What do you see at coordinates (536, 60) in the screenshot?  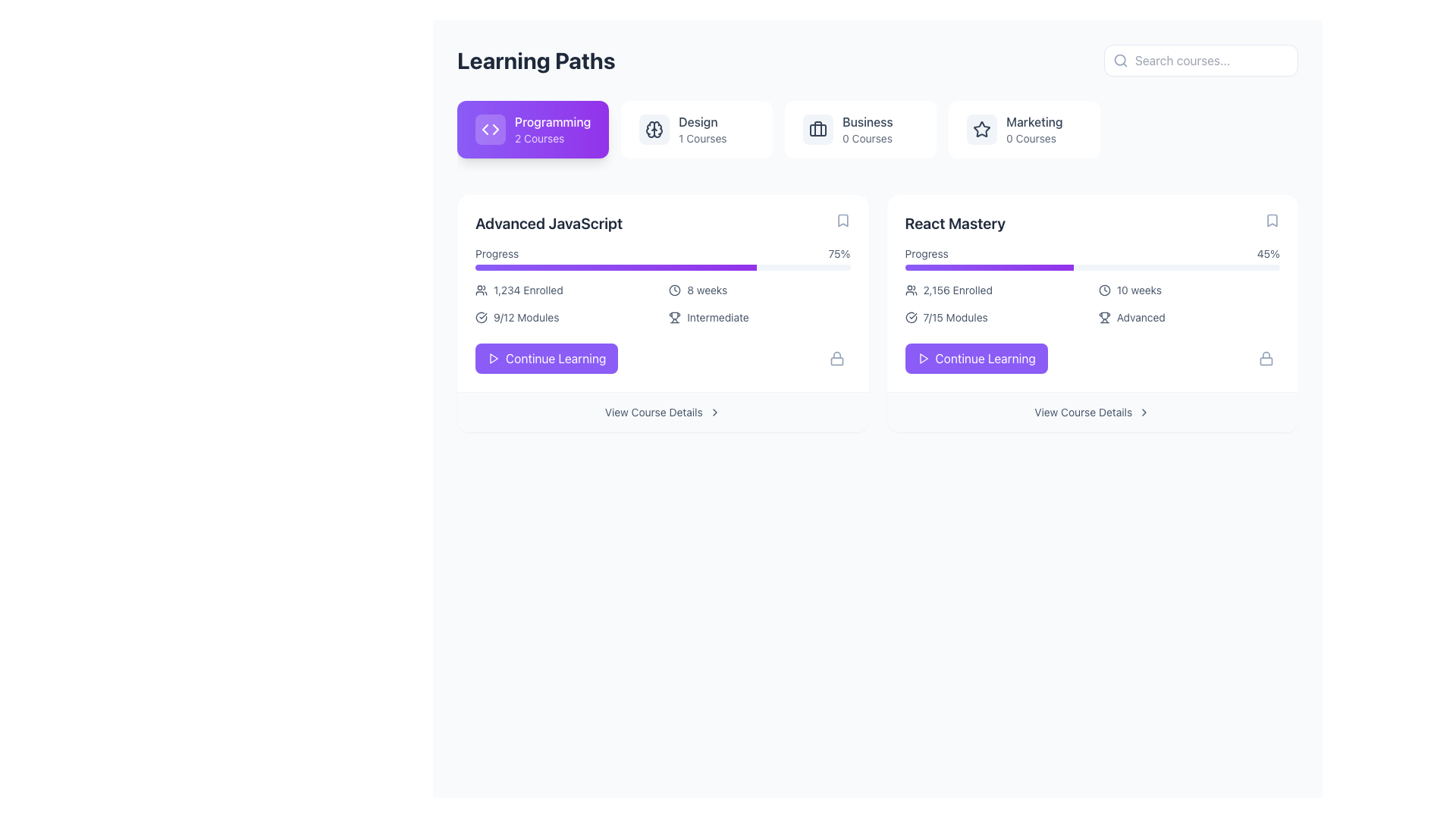 I see `the text label at the top-left corner of the header bar to check for potential tooltip information` at bounding box center [536, 60].